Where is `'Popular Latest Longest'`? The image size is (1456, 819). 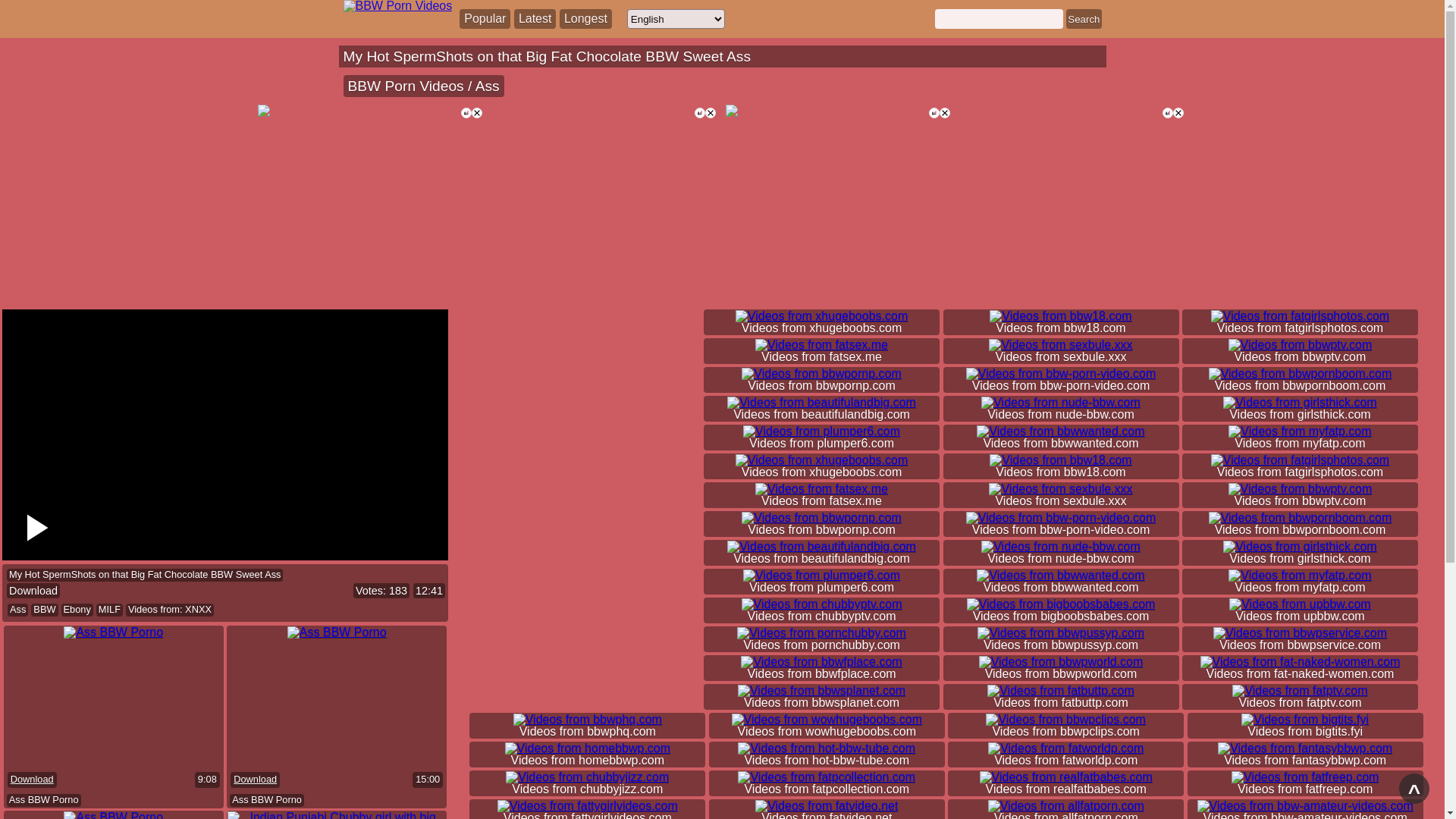
'Popular Latest Longest' is located at coordinates (535, 18).